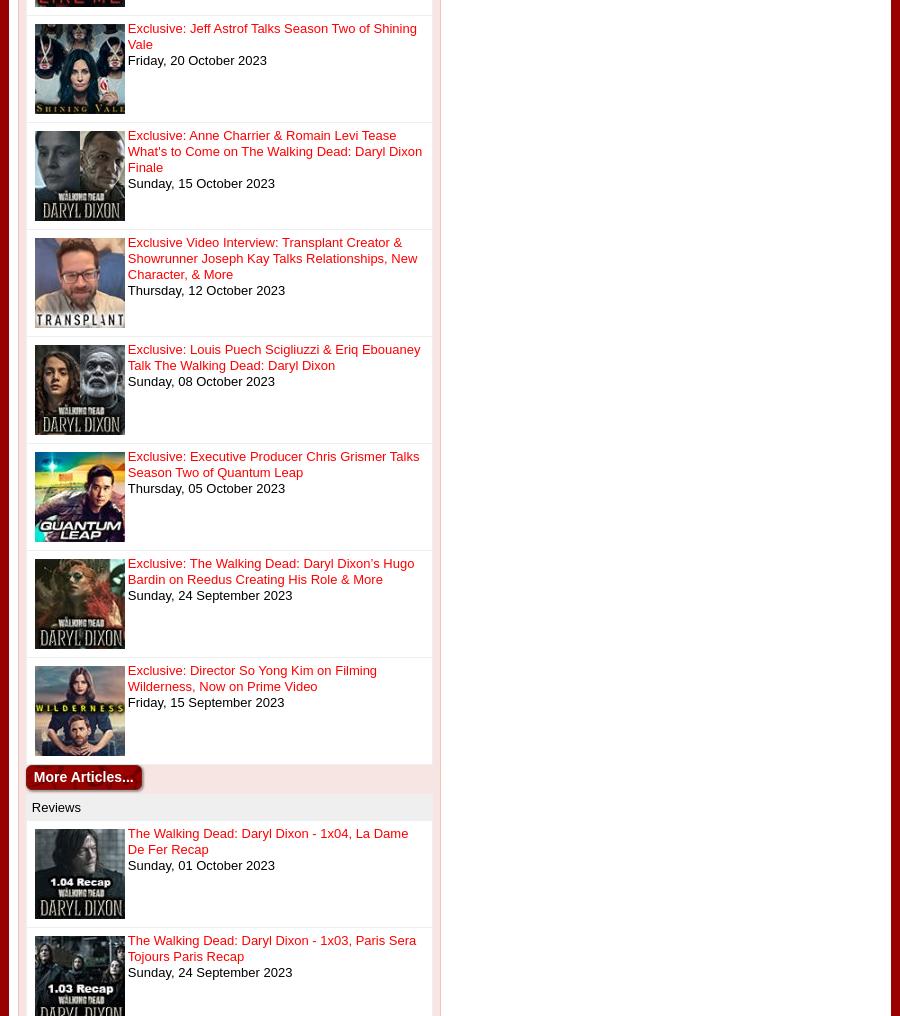  What do you see at coordinates (251, 677) in the screenshot?
I see `'Exclusive: Director So Yong Kim on Filming Wilderness, Now on Prime Video'` at bounding box center [251, 677].